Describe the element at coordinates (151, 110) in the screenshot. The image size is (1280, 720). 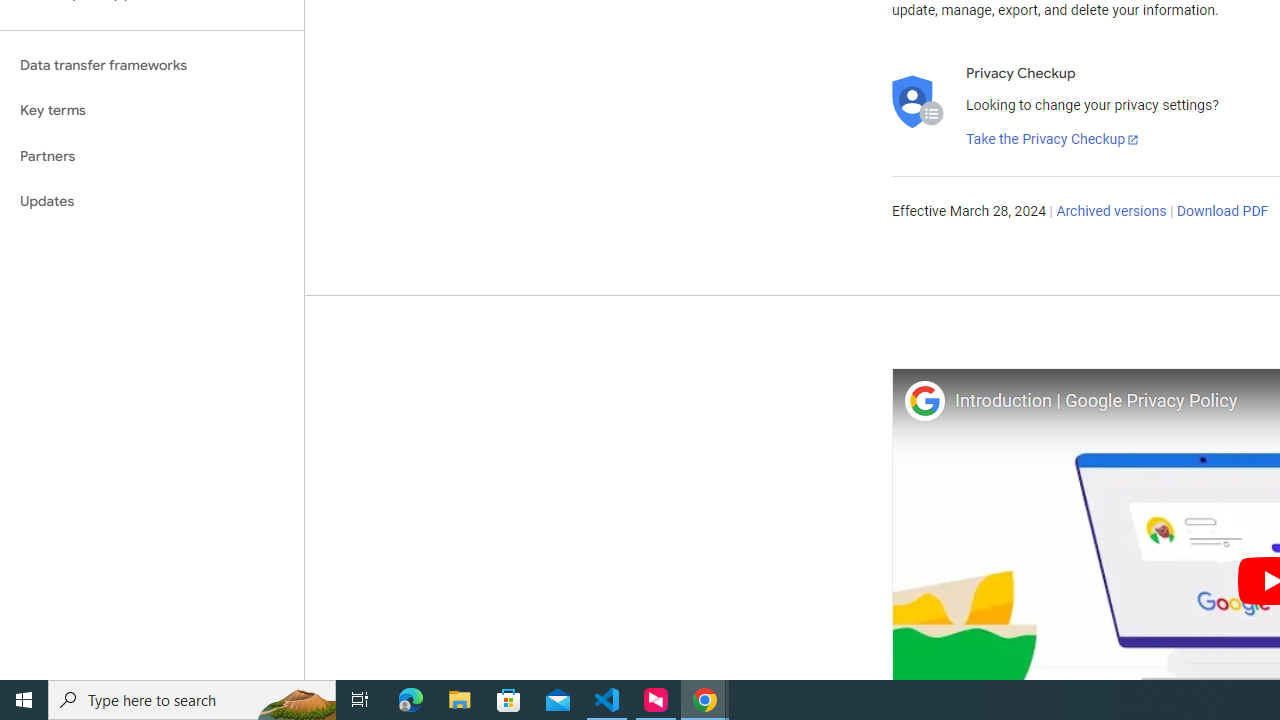
I see `'Key terms'` at that location.